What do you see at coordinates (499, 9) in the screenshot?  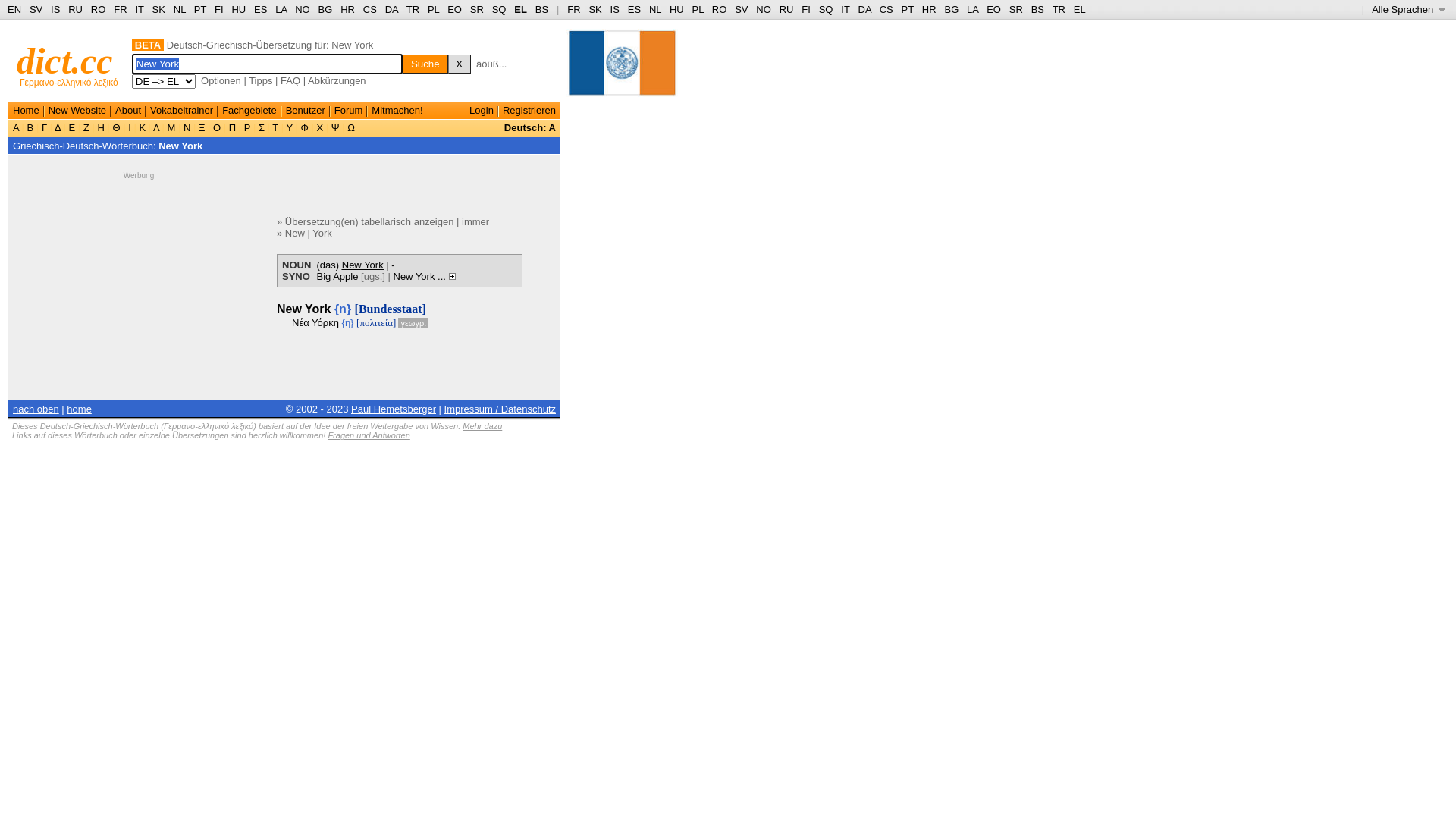 I see `'SQ'` at bounding box center [499, 9].